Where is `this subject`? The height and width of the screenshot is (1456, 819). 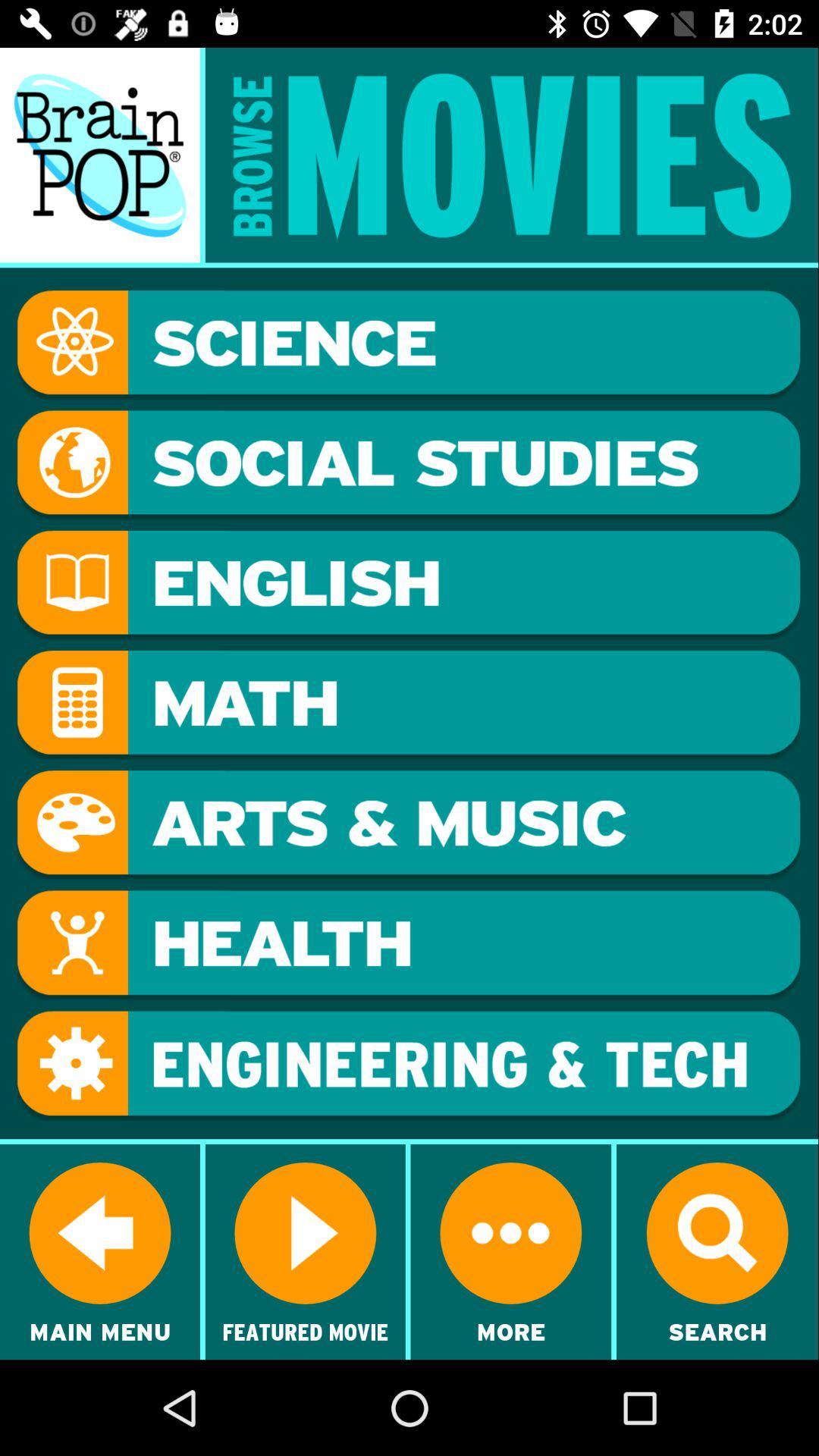
this subject is located at coordinates (408, 584).